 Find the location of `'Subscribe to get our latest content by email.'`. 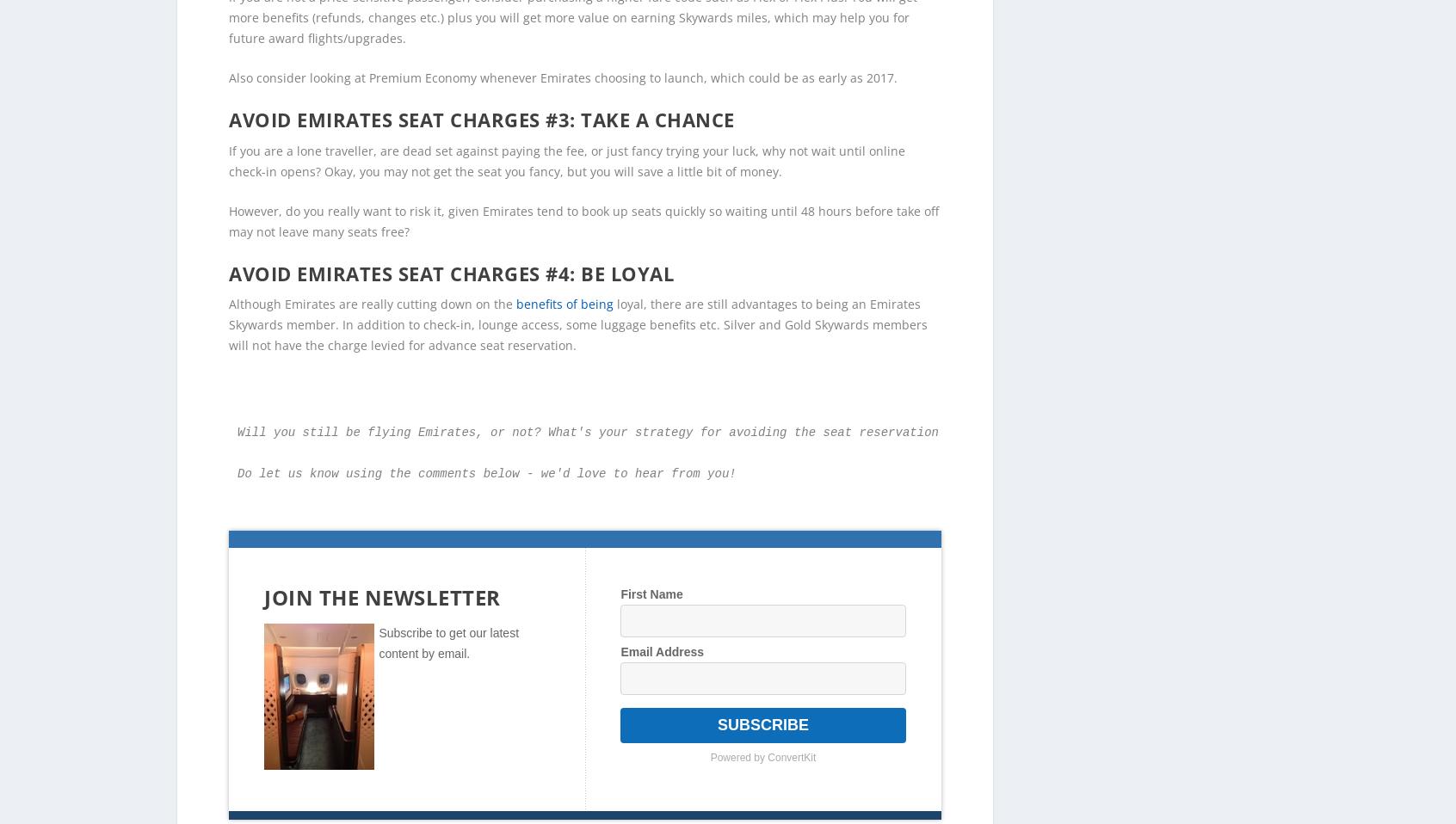

'Subscribe to get our latest content by email.' is located at coordinates (448, 614).